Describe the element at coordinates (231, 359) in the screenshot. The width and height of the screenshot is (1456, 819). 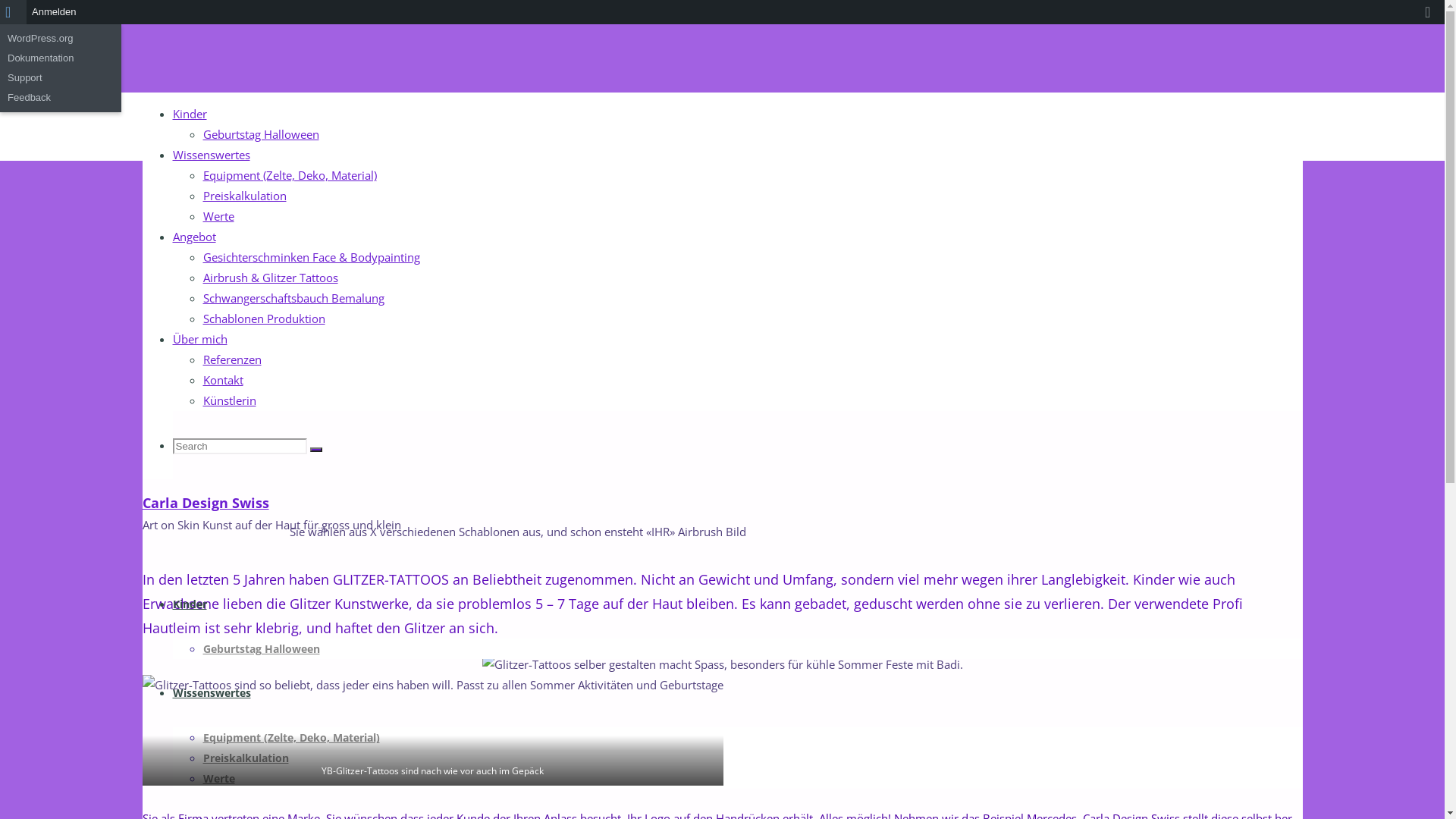
I see `'Referenzen'` at that location.